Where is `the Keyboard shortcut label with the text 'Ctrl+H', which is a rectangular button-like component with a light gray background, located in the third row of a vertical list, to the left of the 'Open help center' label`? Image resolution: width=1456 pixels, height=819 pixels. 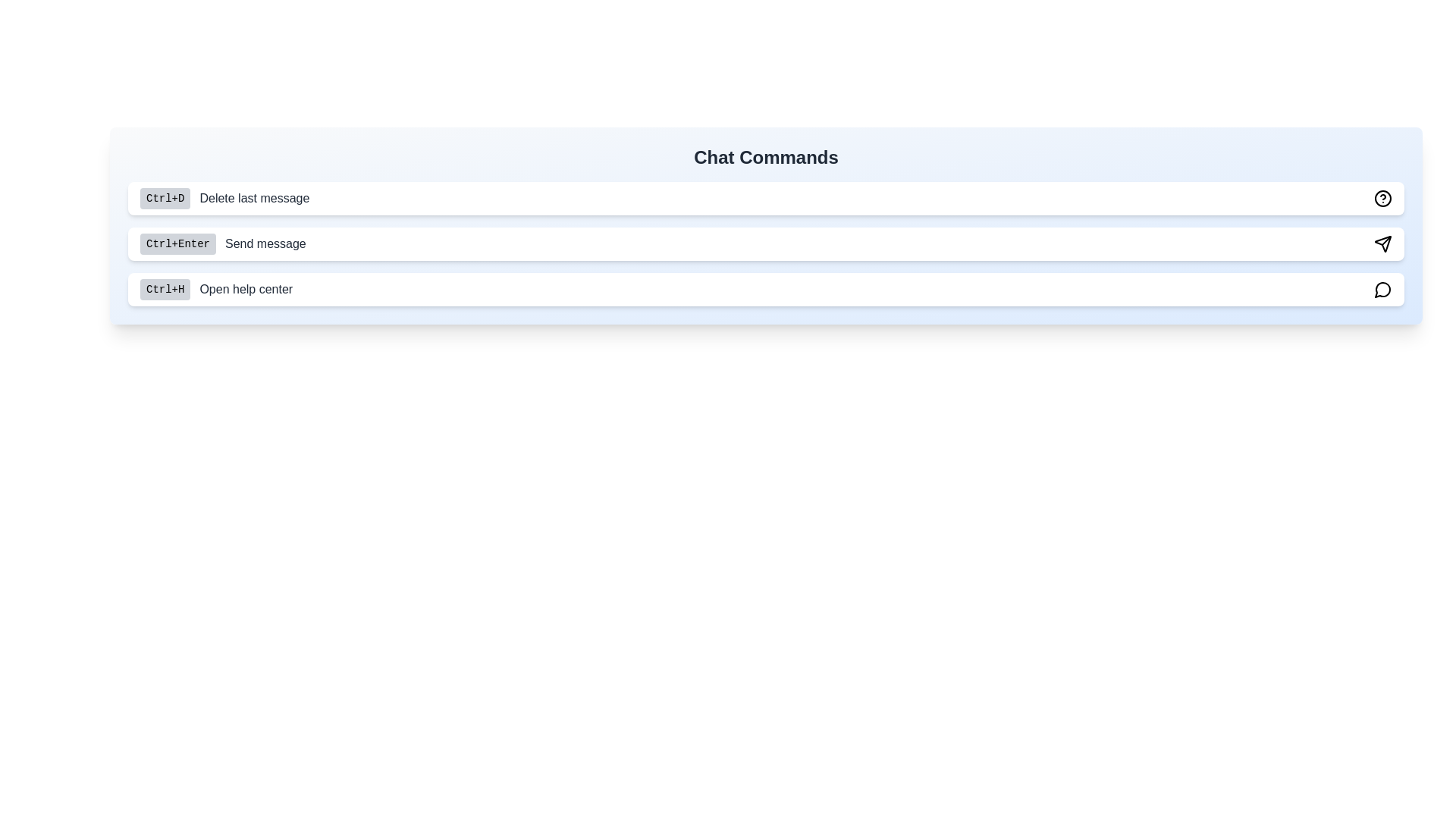
the Keyboard shortcut label with the text 'Ctrl+H', which is a rectangular button-like component with a light gray background, located in the third row of a vertical list, to the left of the 'Open help center' label is located at coordinates (165, 289).